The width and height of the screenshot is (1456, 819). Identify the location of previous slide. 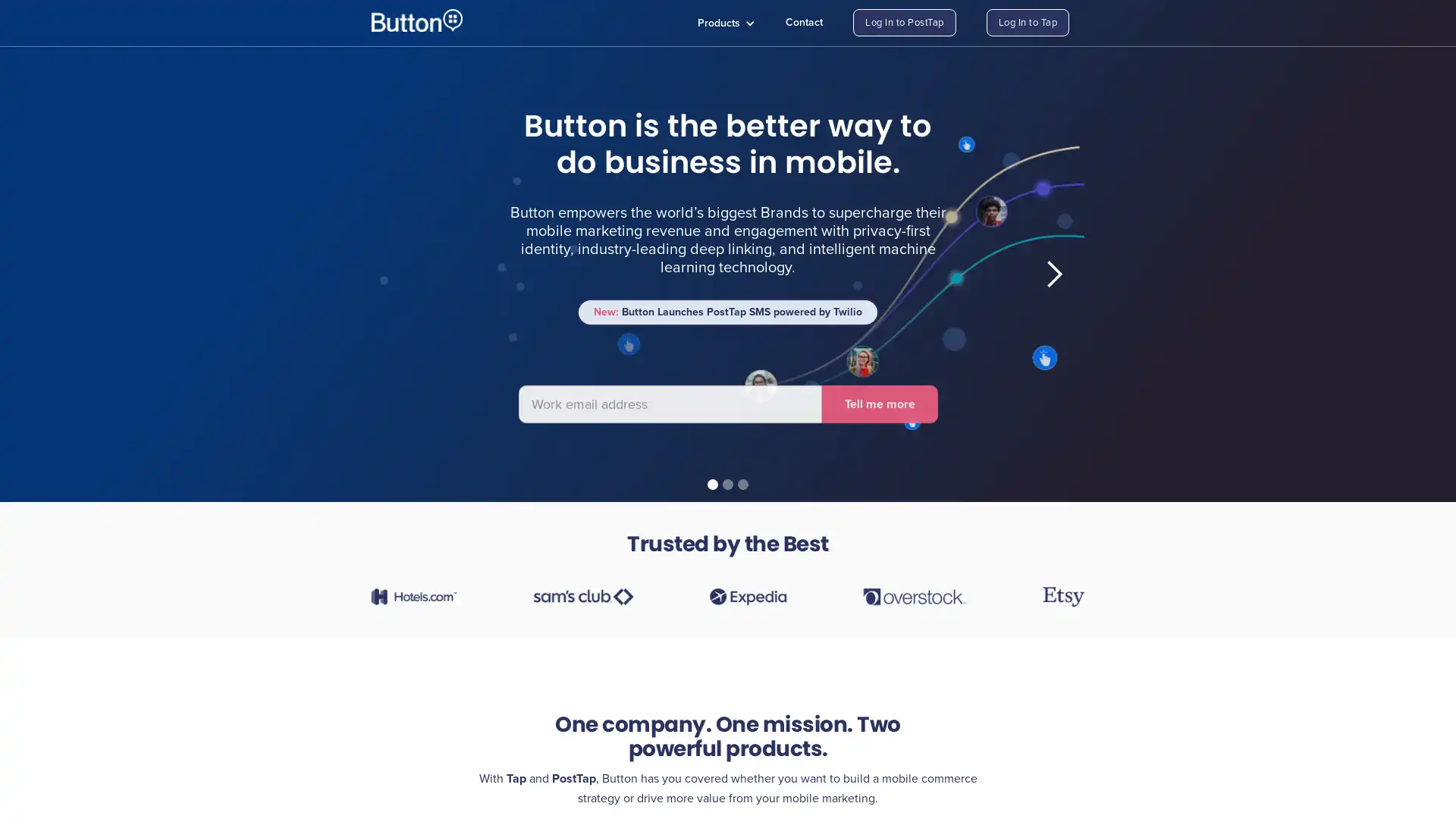
(401, 275).